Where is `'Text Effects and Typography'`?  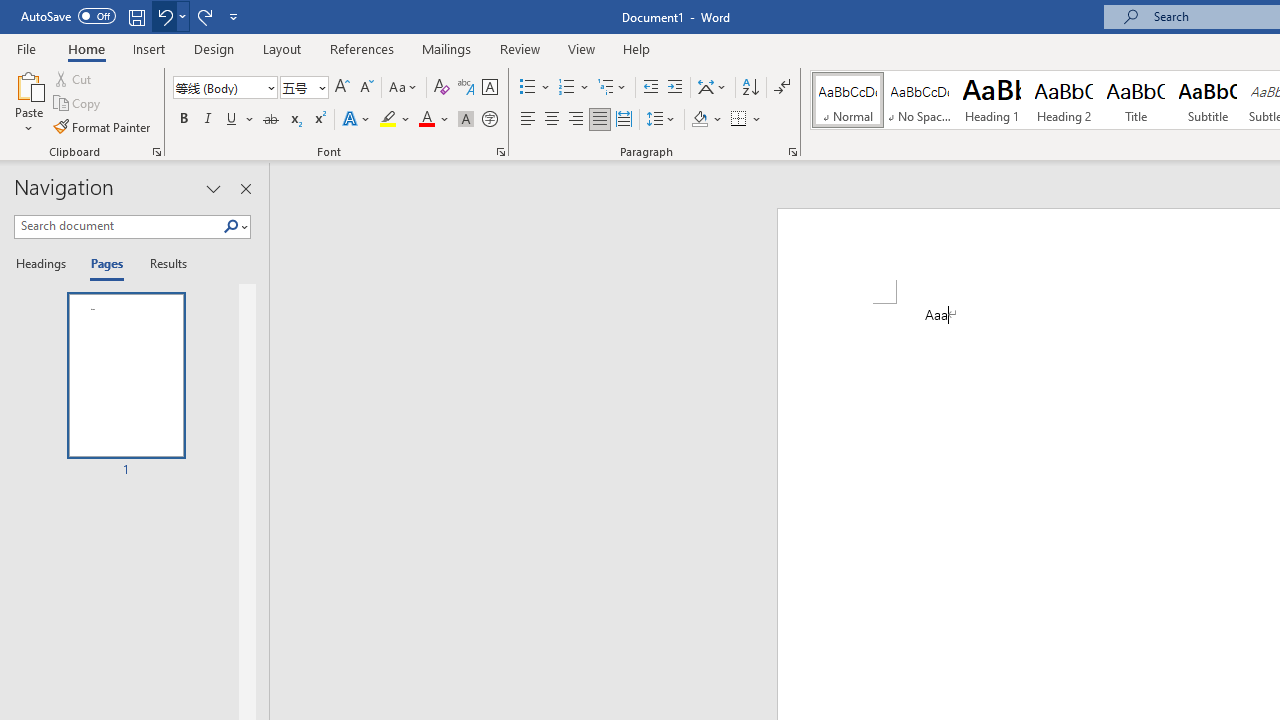
'Text Effects and Typography' is located at coordinates (357, 119).